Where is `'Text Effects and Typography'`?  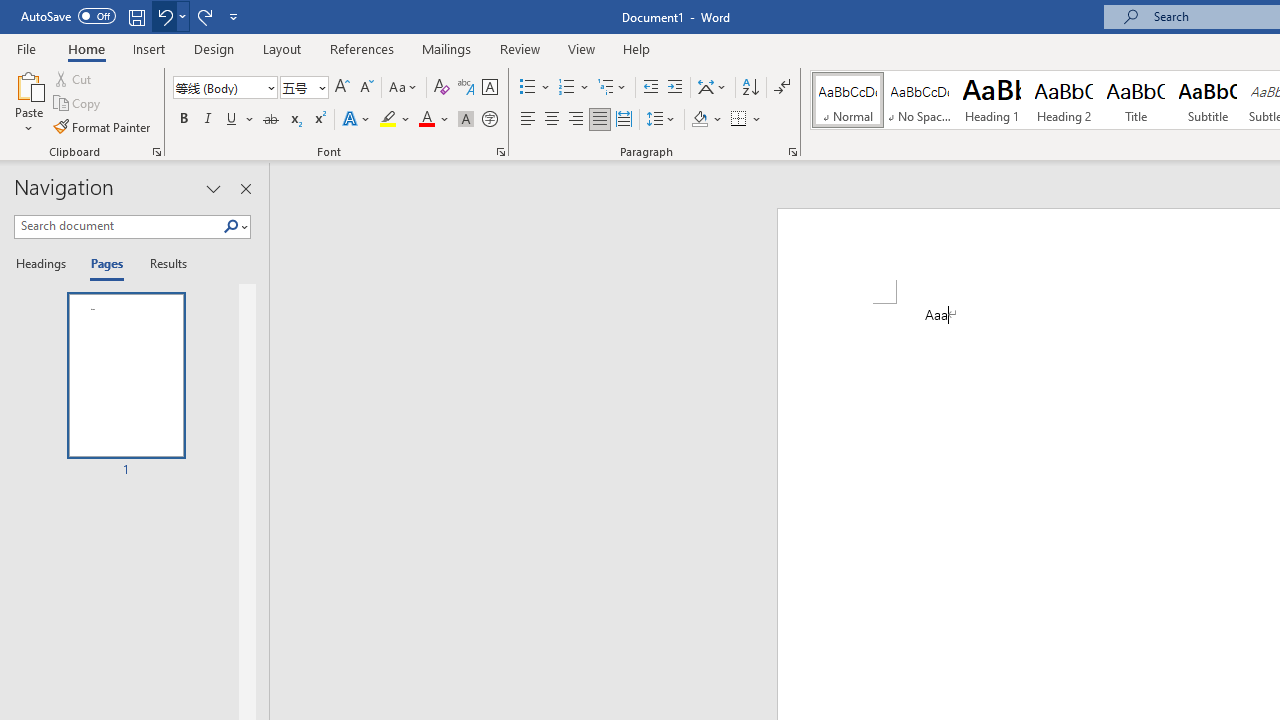
'Text Effects and Typography' is located at coordinates (357, 119).